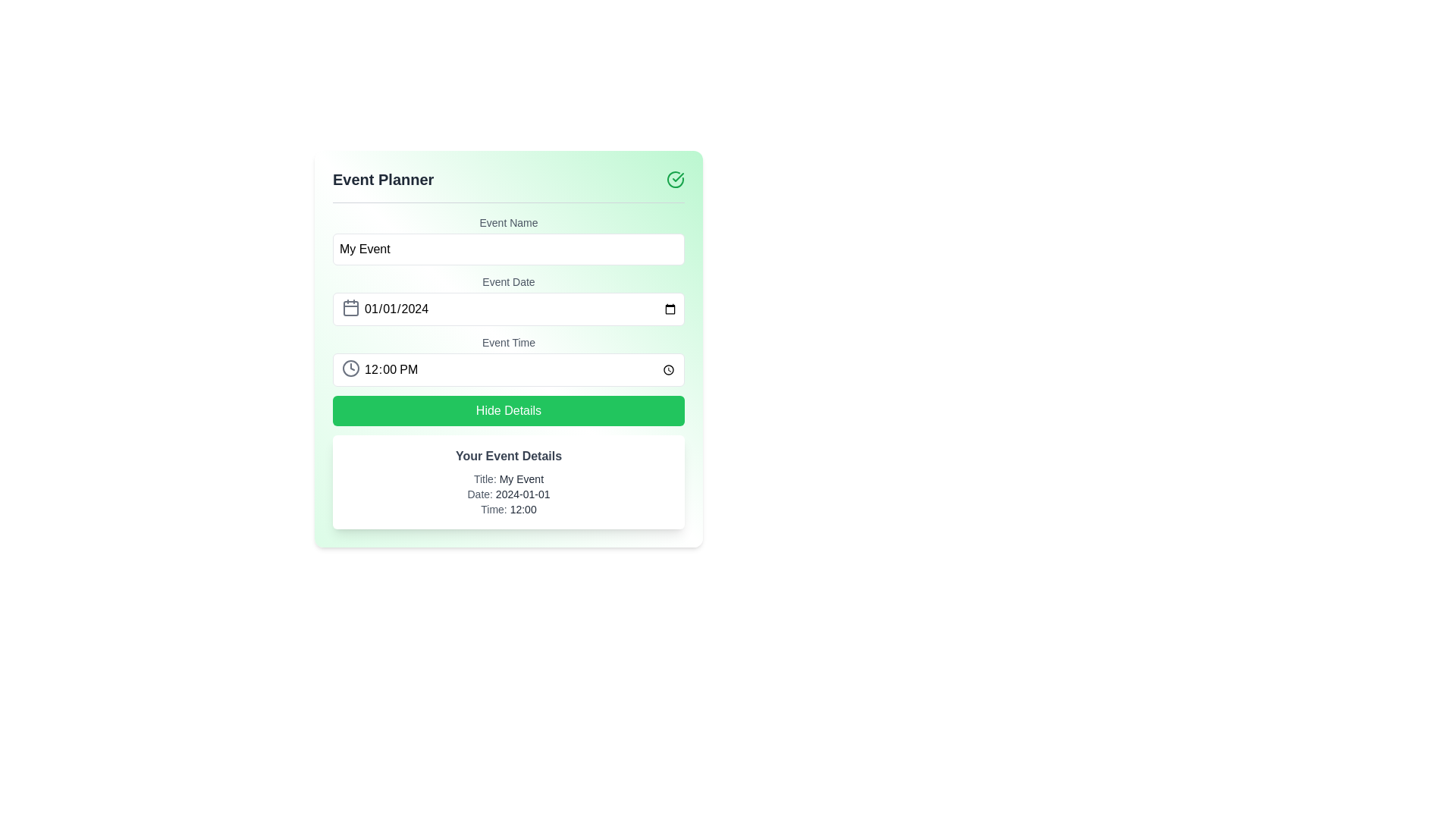  What do you see at coordinates (675, 178) in the screenshot?
I see `the green checkmark SVG icon in the top-right corner of the 'Event Planner' panel, adjacent to the panel's title text 'Event Planner'` at bounding box center [675, 178].